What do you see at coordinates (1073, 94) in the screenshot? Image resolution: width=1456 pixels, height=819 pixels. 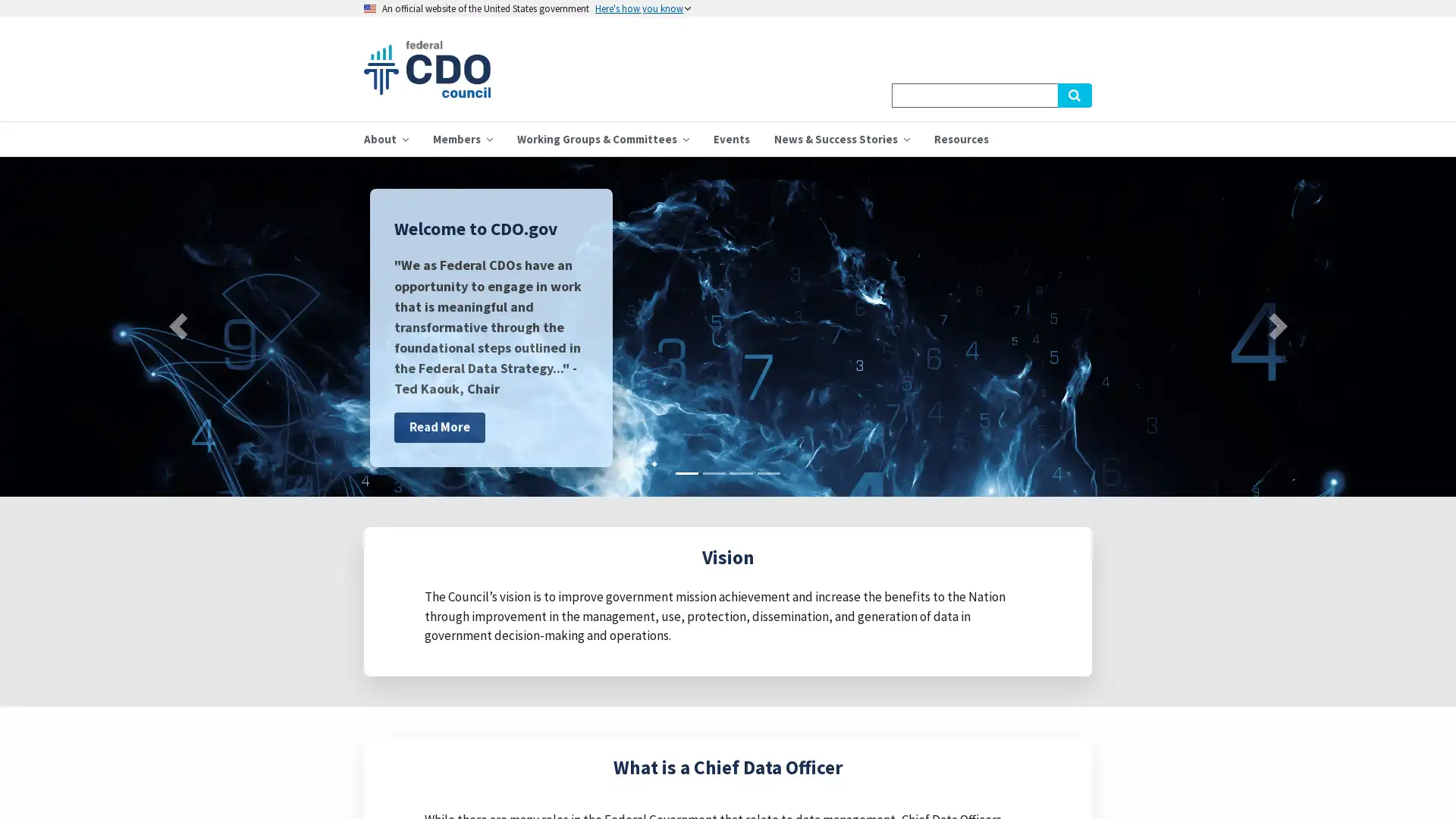 I see `Search` at bounding box center [1073, 94].